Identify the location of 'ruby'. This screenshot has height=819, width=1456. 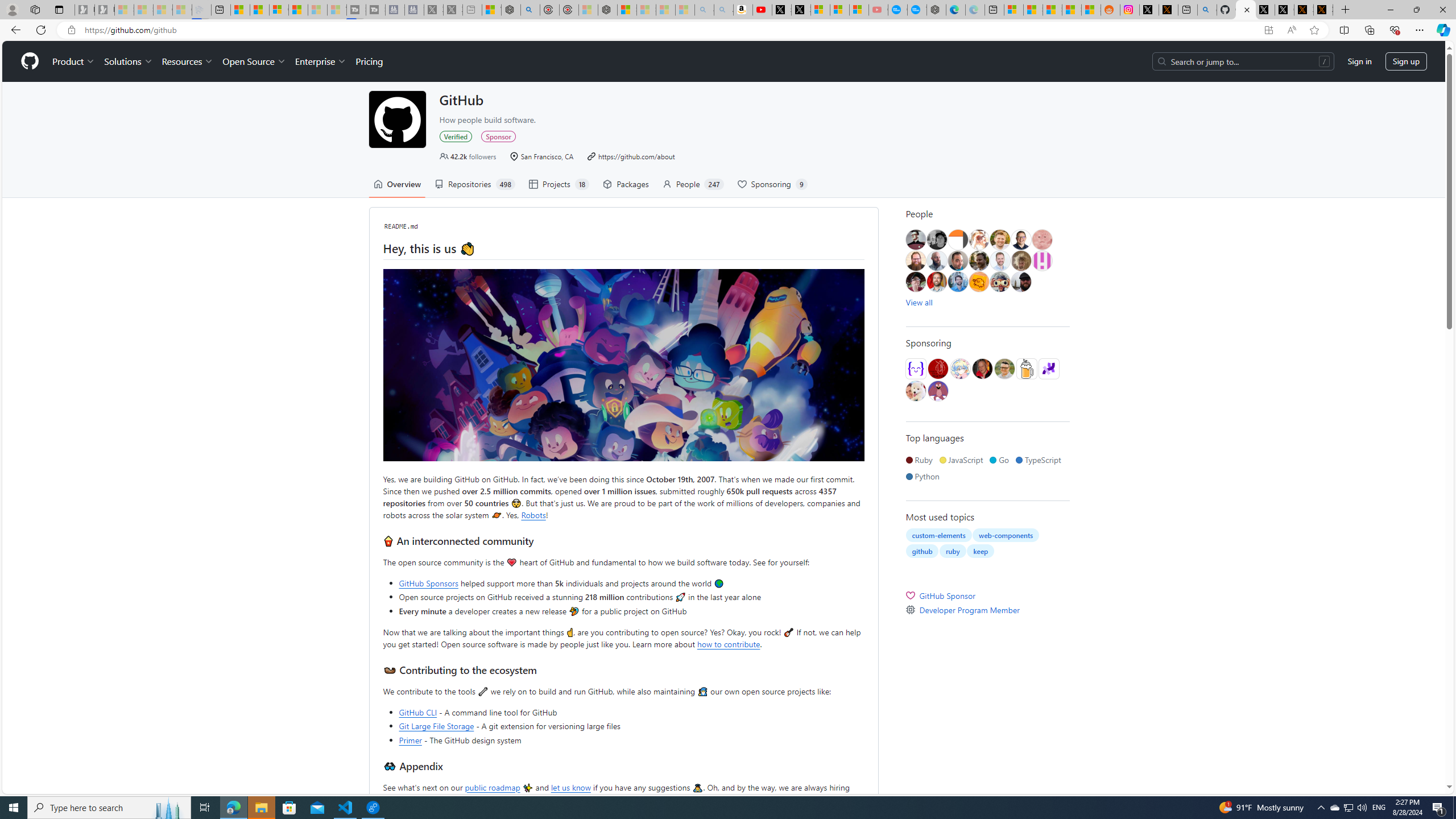
(953, 551).